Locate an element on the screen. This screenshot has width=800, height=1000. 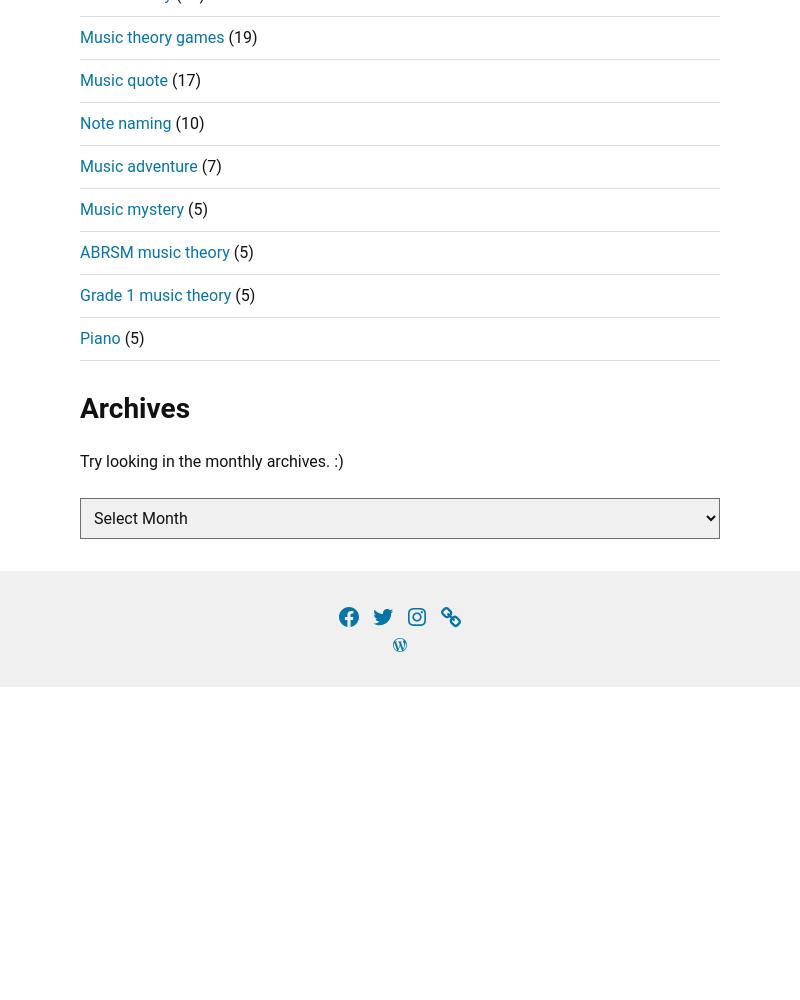
'Try looking in the monthly archives. :)' is located at coordinates (211, 460).